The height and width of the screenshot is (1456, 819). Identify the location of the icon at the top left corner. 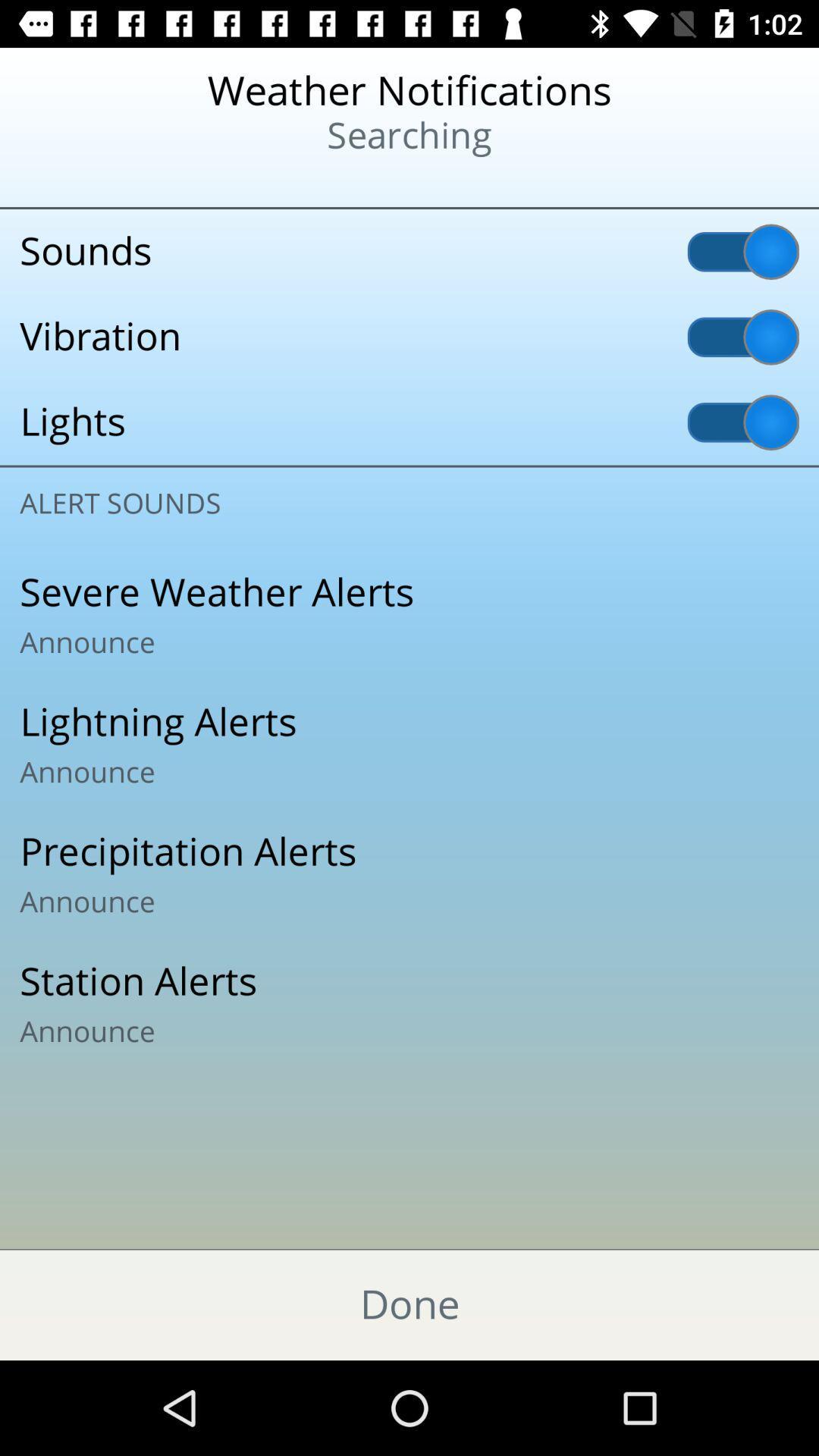
(99, 182).